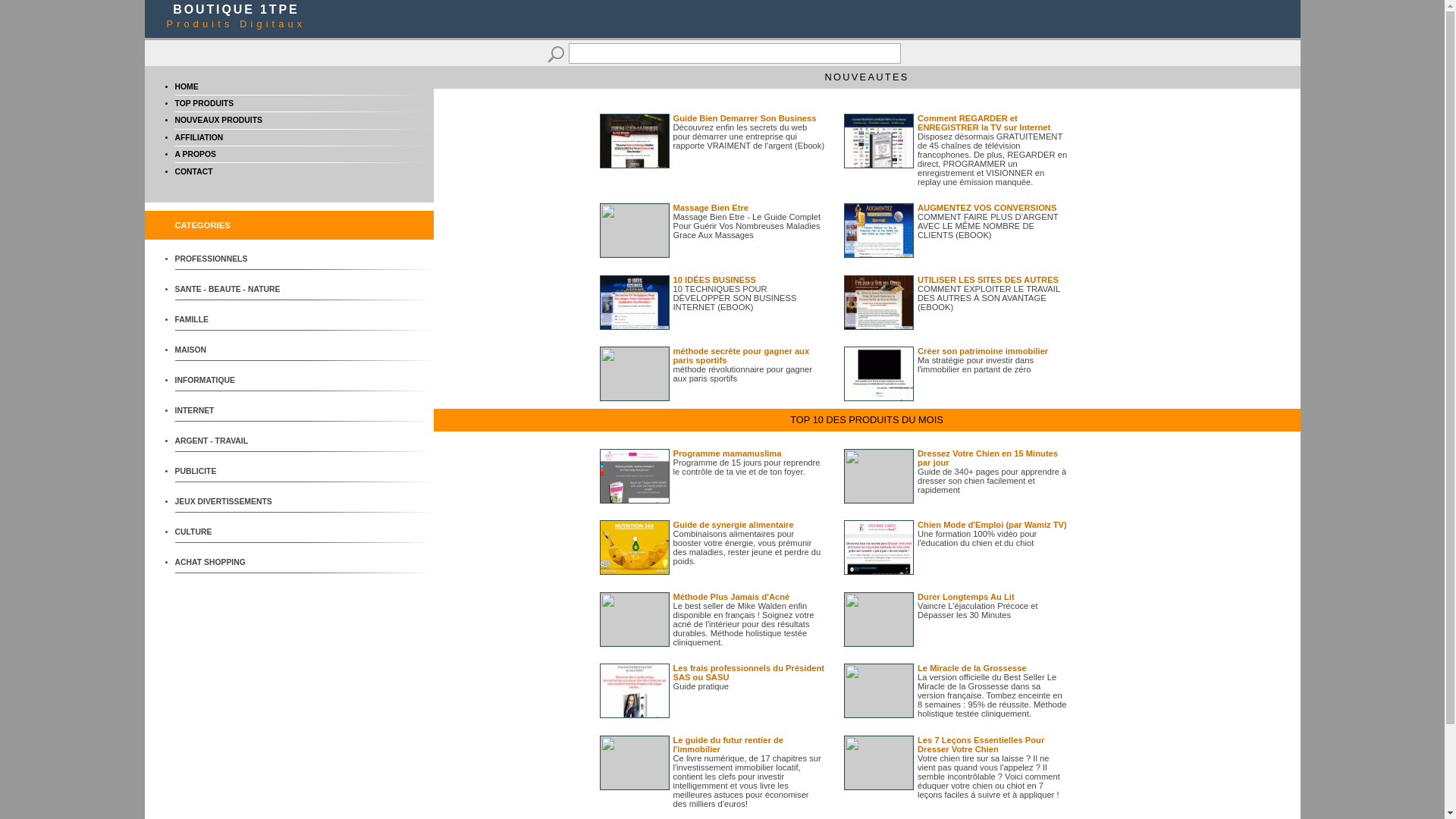 This screenshot has width=1456, height=819. I want to click on 'PUBLICITE', so click(231, 470).